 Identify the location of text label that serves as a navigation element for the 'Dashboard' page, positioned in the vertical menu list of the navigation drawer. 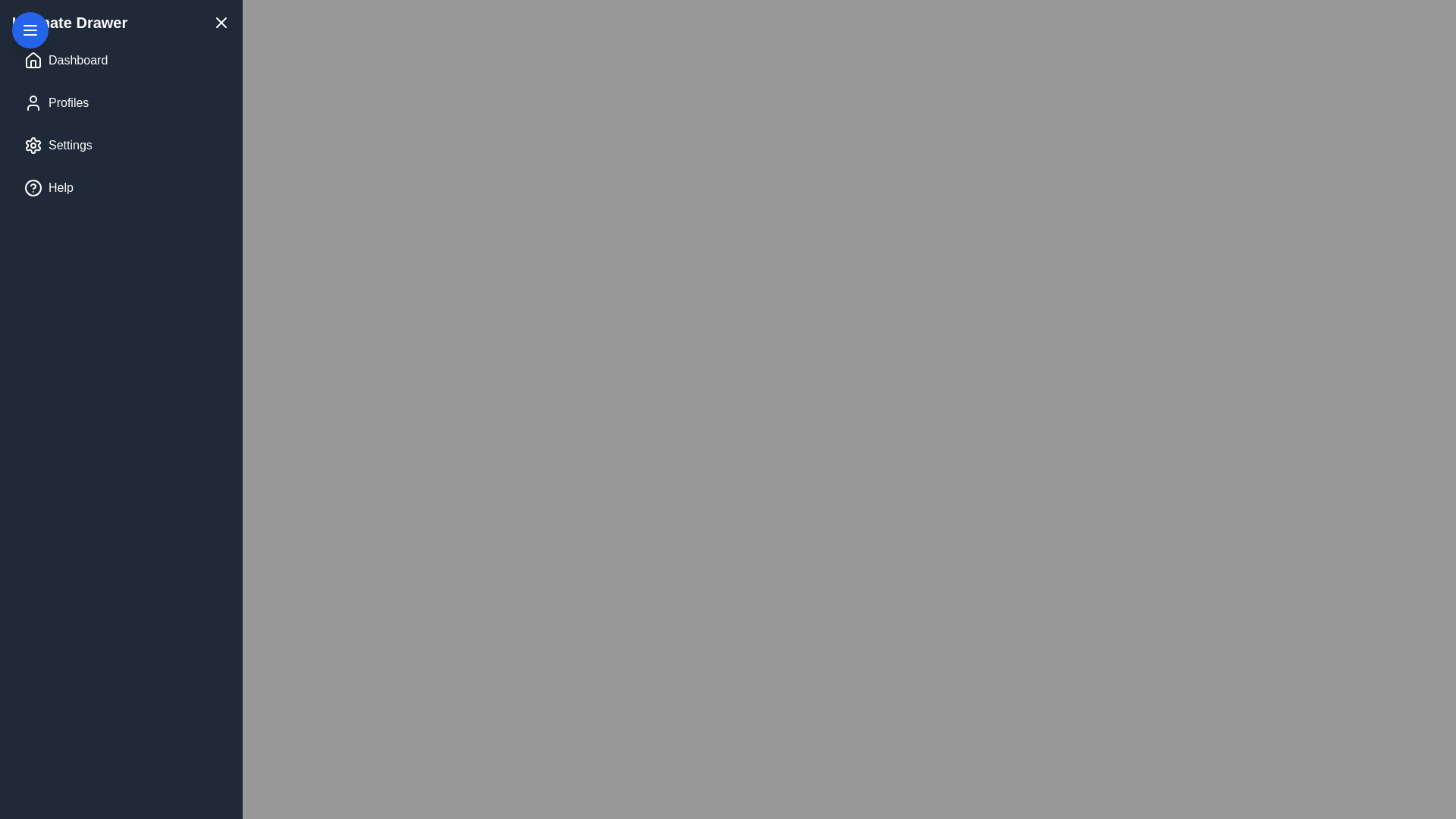
(77, 60).